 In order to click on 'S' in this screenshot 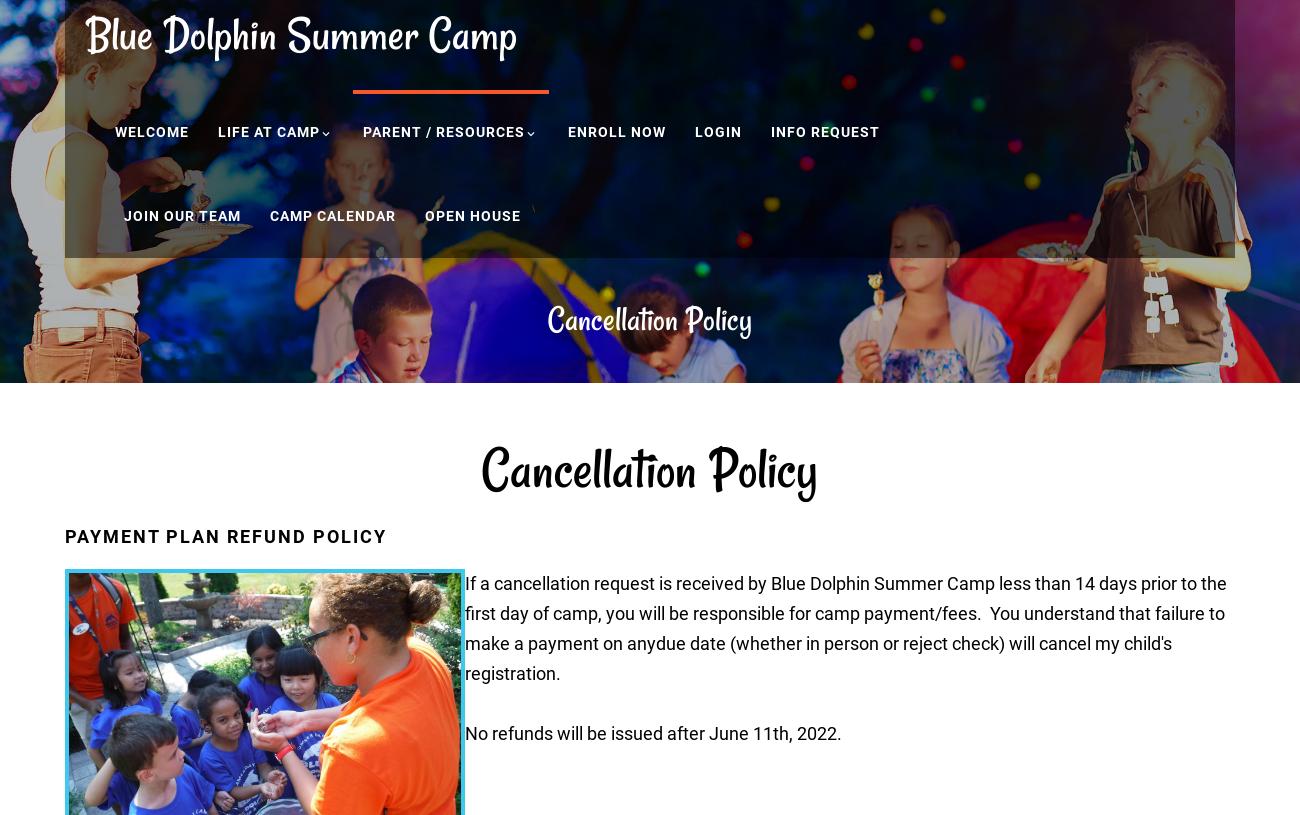, I will do `click(287, 33)`.